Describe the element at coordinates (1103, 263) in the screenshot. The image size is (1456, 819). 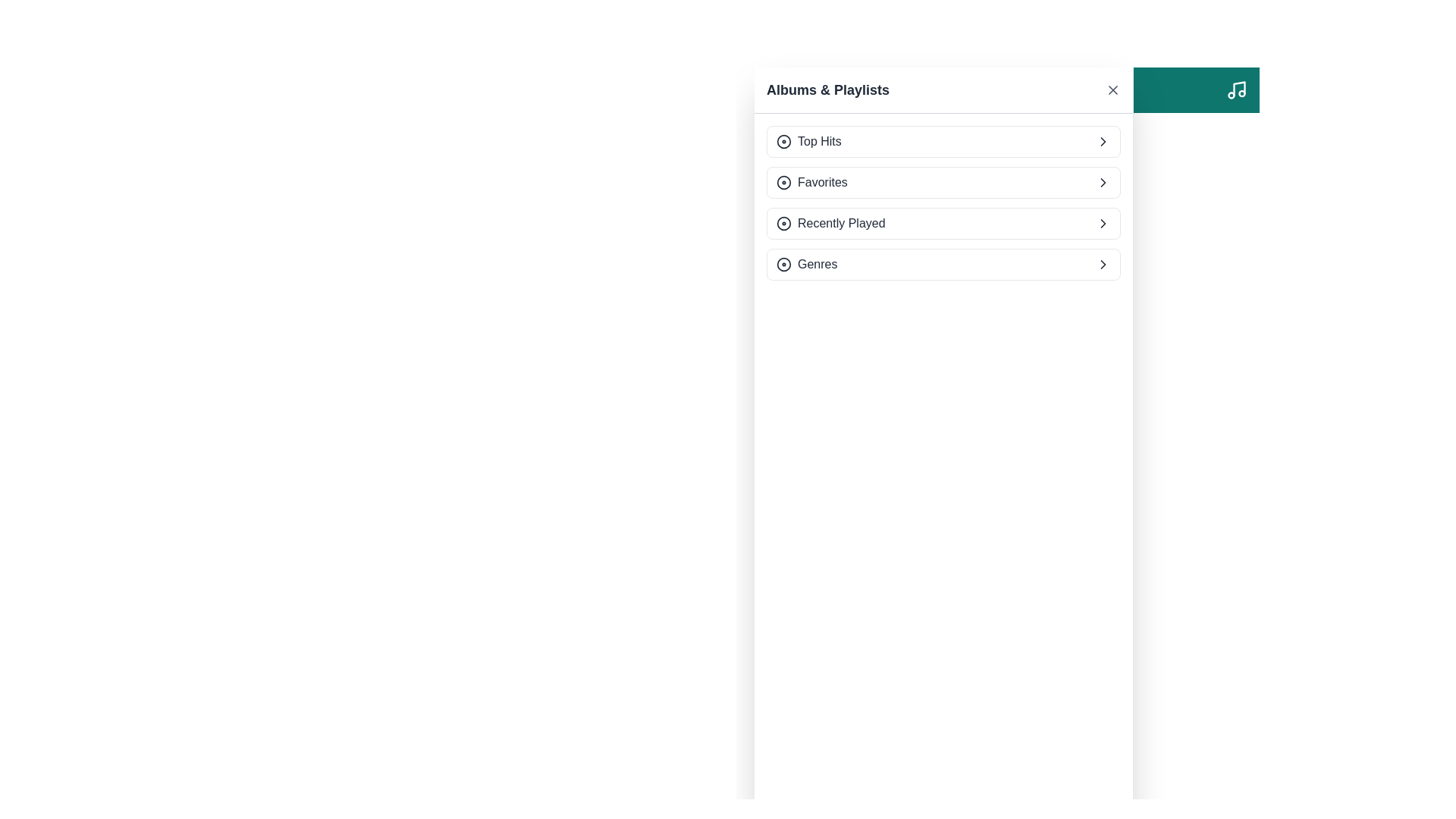
I see `the right-pointing chevron icon associated with the 'Genres' label` at that location.